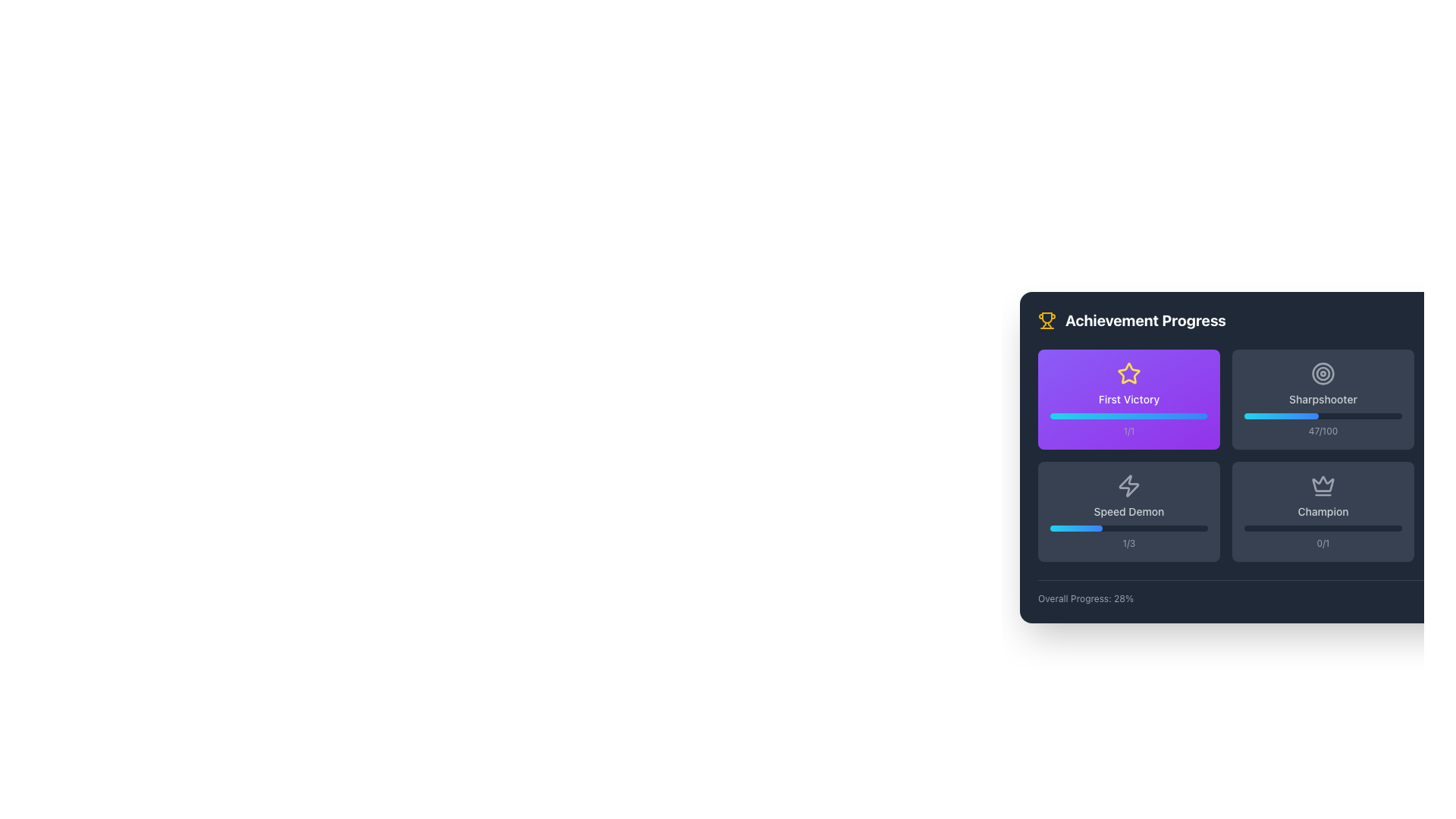 This screenshot has height=819, width=1456. I want to click on the progress bar indicating 47% completion for the 'Sharpshooter' achievement located in the 'Achievement Progress' panel, so click(1280, 416).